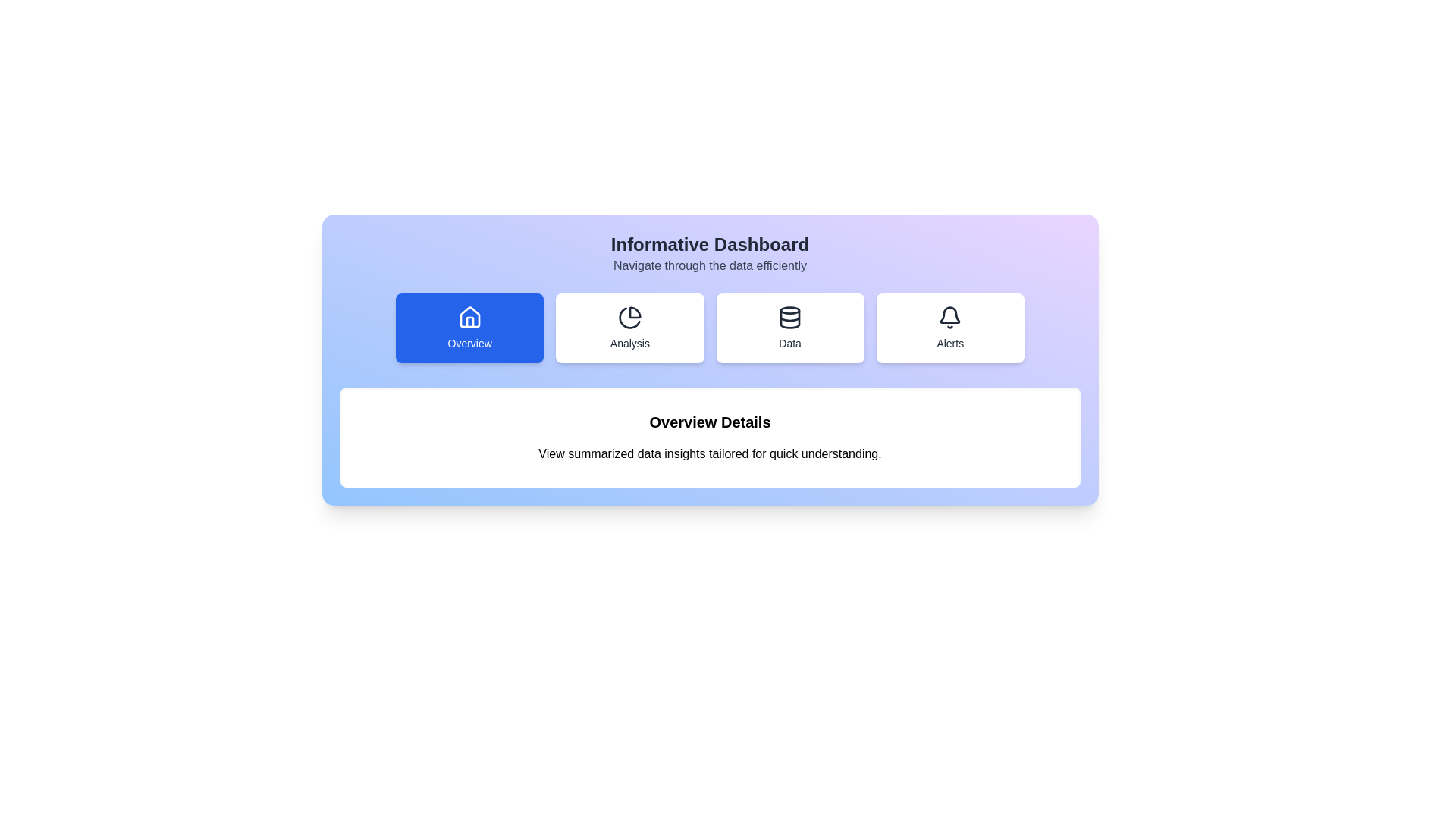  What do you see at coordinates (949, 343) in the screenshot?
I see `the 'Alerts' text label, which is styled with a smaller font size in dark color on a white background and located below a bell icon in the fourth card of navigation options` at bounding box center [949, 343].